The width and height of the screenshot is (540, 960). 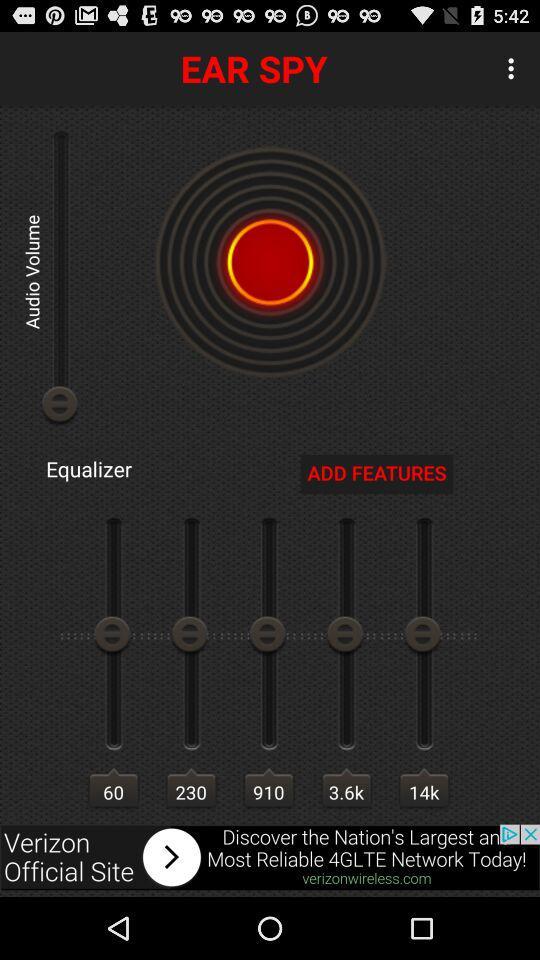 What do you see at coordinates (270, 261) in the screenshot?
I see `record voice` at bounding box center [270, 261].